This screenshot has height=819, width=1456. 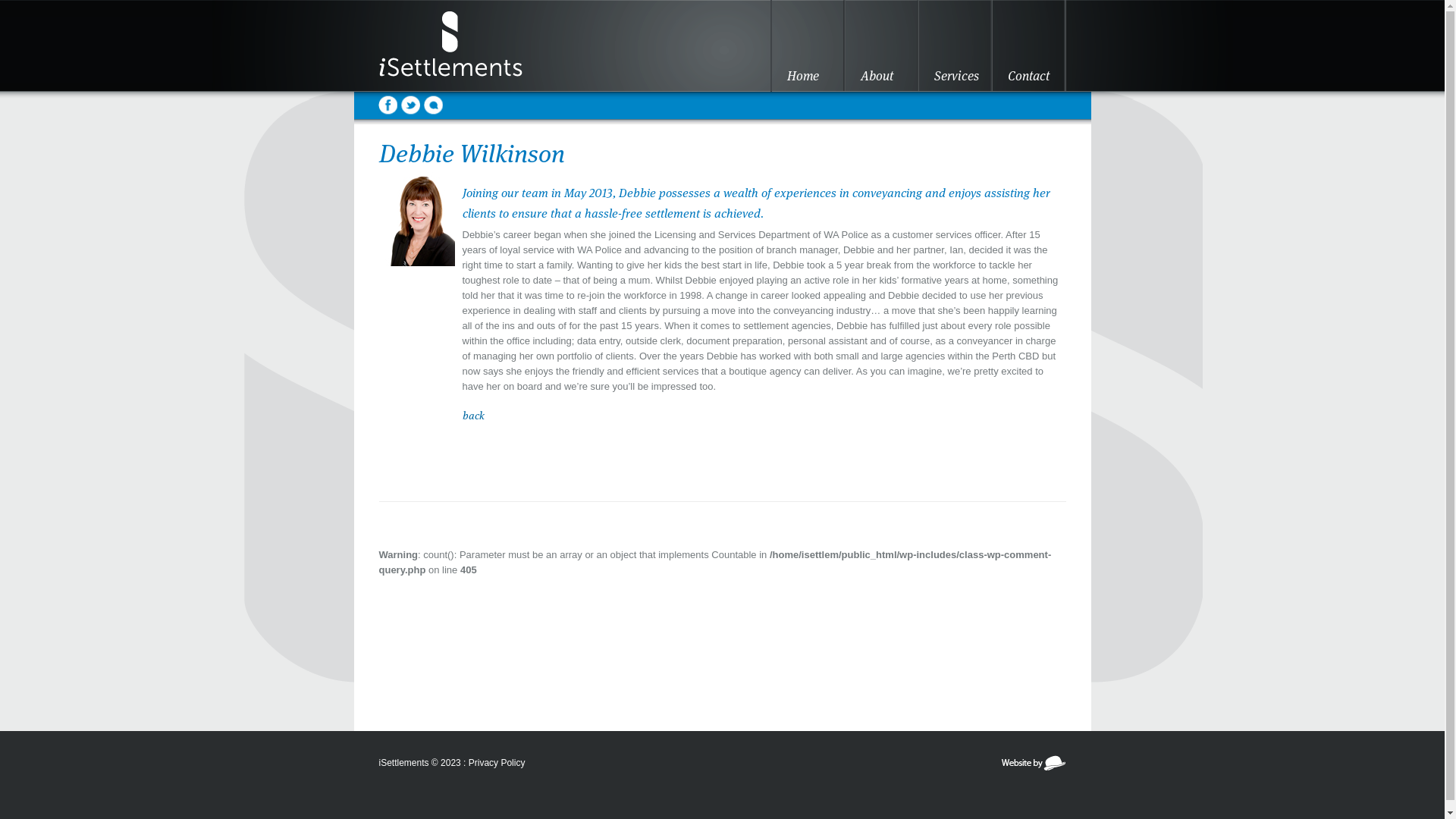 What do you see at coordinates (999, 768) in the screenshot?
I see `'Thinking Hats'` at bounding box center [999, 768].